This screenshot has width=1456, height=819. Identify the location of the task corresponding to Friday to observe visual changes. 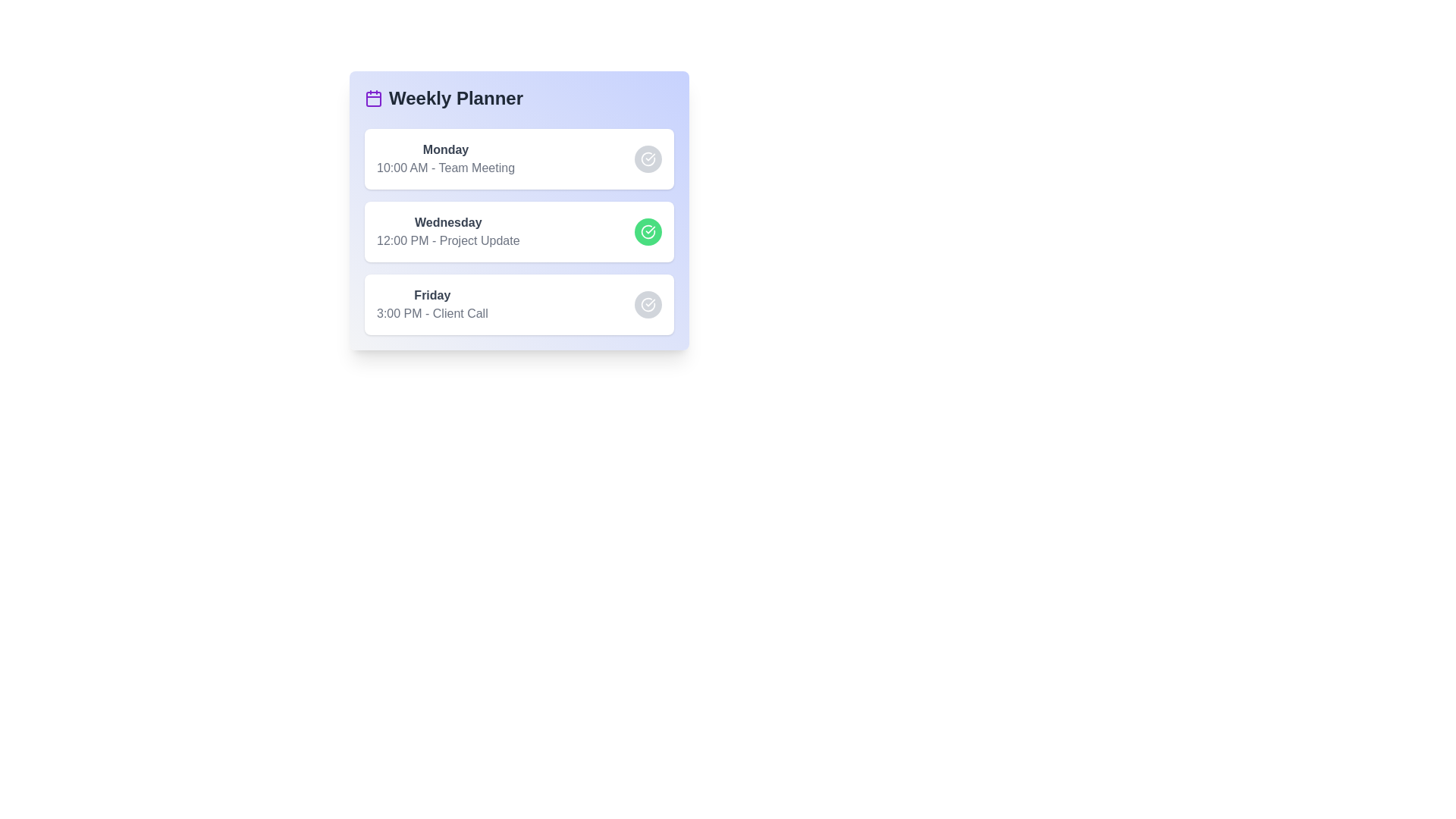
(519, 304).